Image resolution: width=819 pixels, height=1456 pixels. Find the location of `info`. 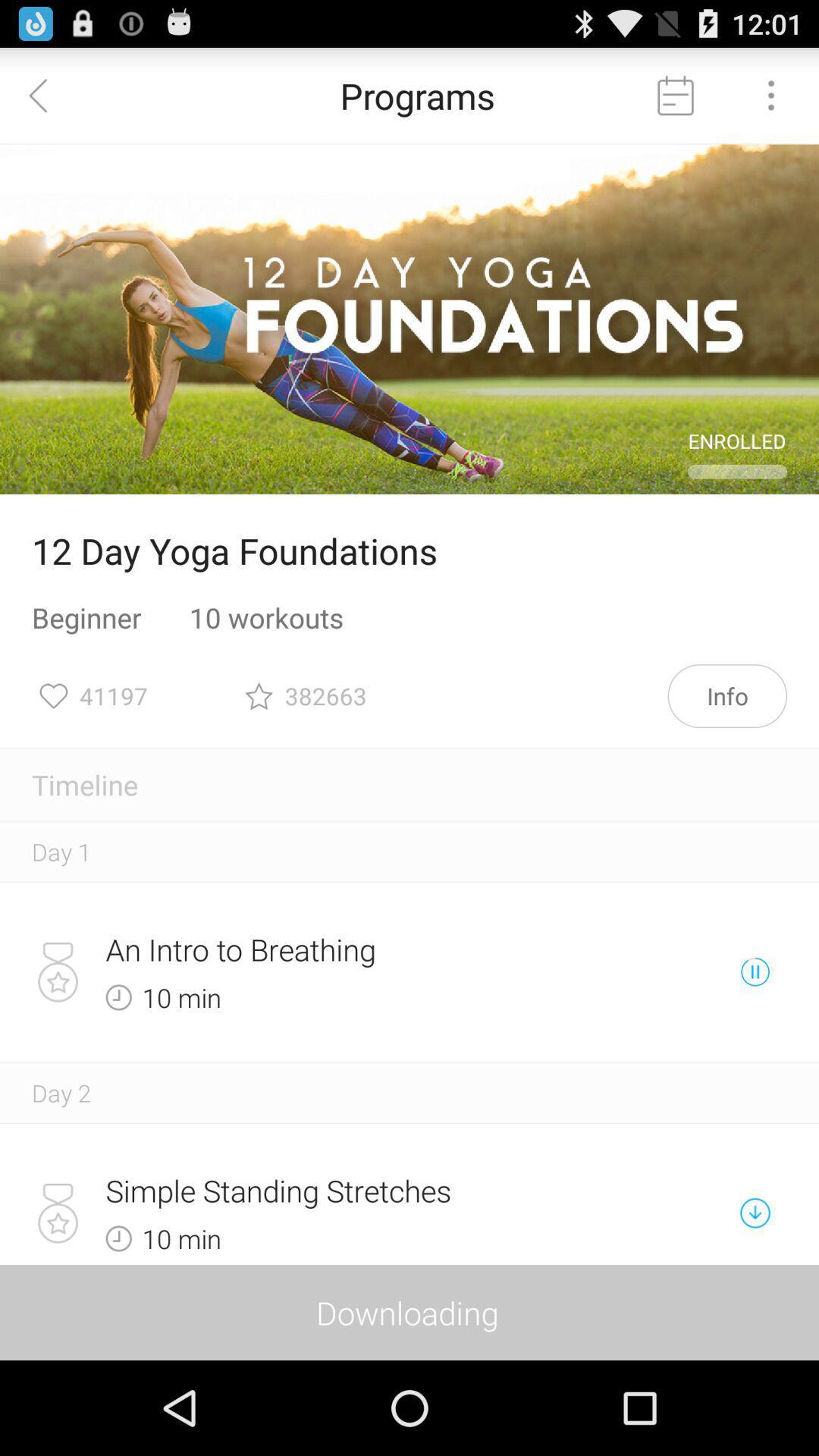

info is located at coordinates (726, 695).